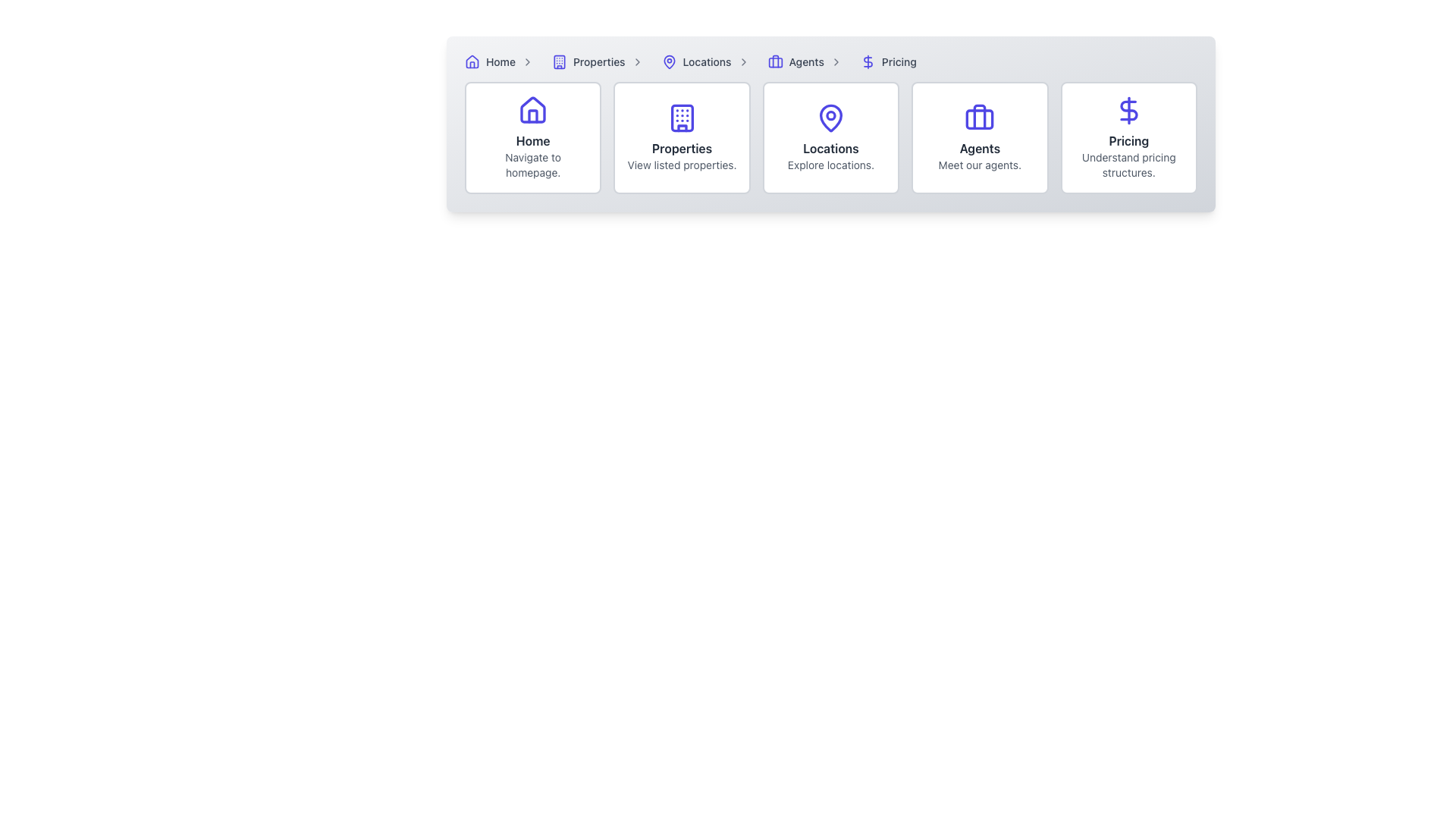  I want to click on the 'Properties' icon in the navigation bar, which is a rectangular shape styled with clean edges and purple tones, so click(559, 61).